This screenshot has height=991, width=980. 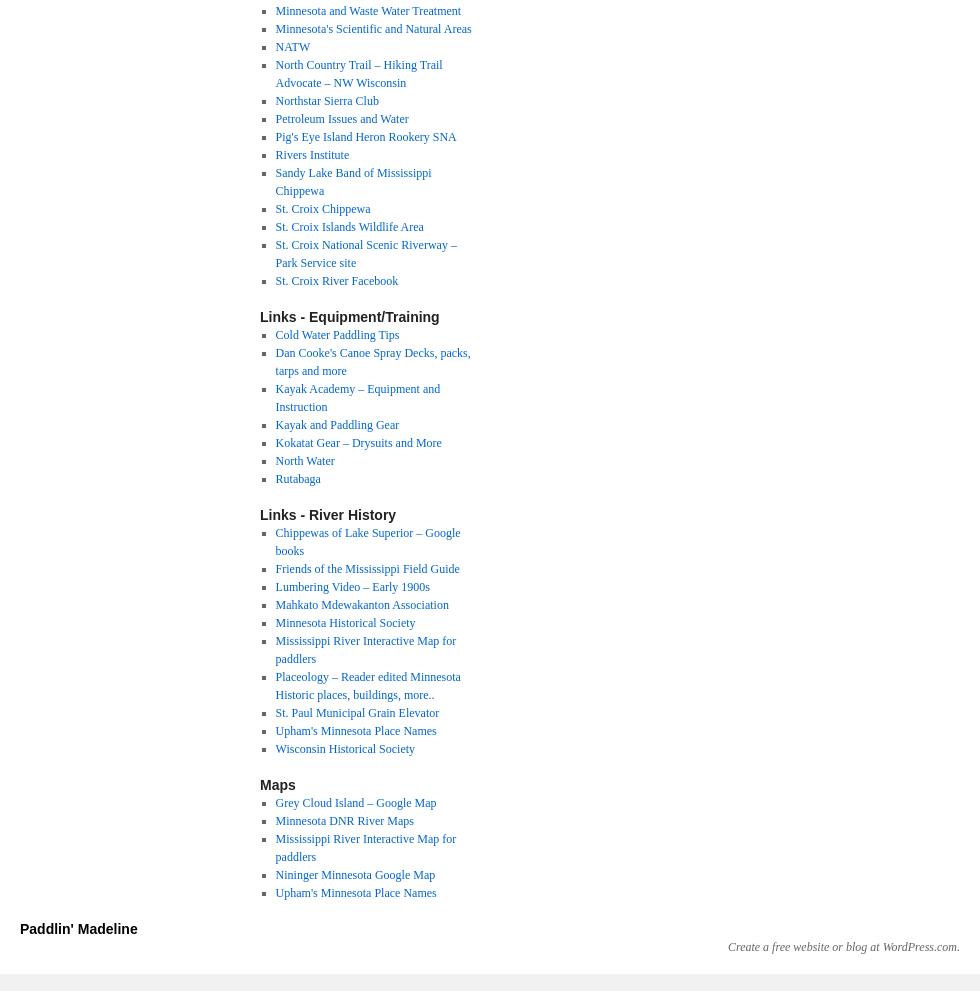 What do you see at coordinates (274, 685) in the screenshot?
I see `'Placeology – Reader edited Minnesota Historic places, buildings, more..'` at bounding box center [274, 685].